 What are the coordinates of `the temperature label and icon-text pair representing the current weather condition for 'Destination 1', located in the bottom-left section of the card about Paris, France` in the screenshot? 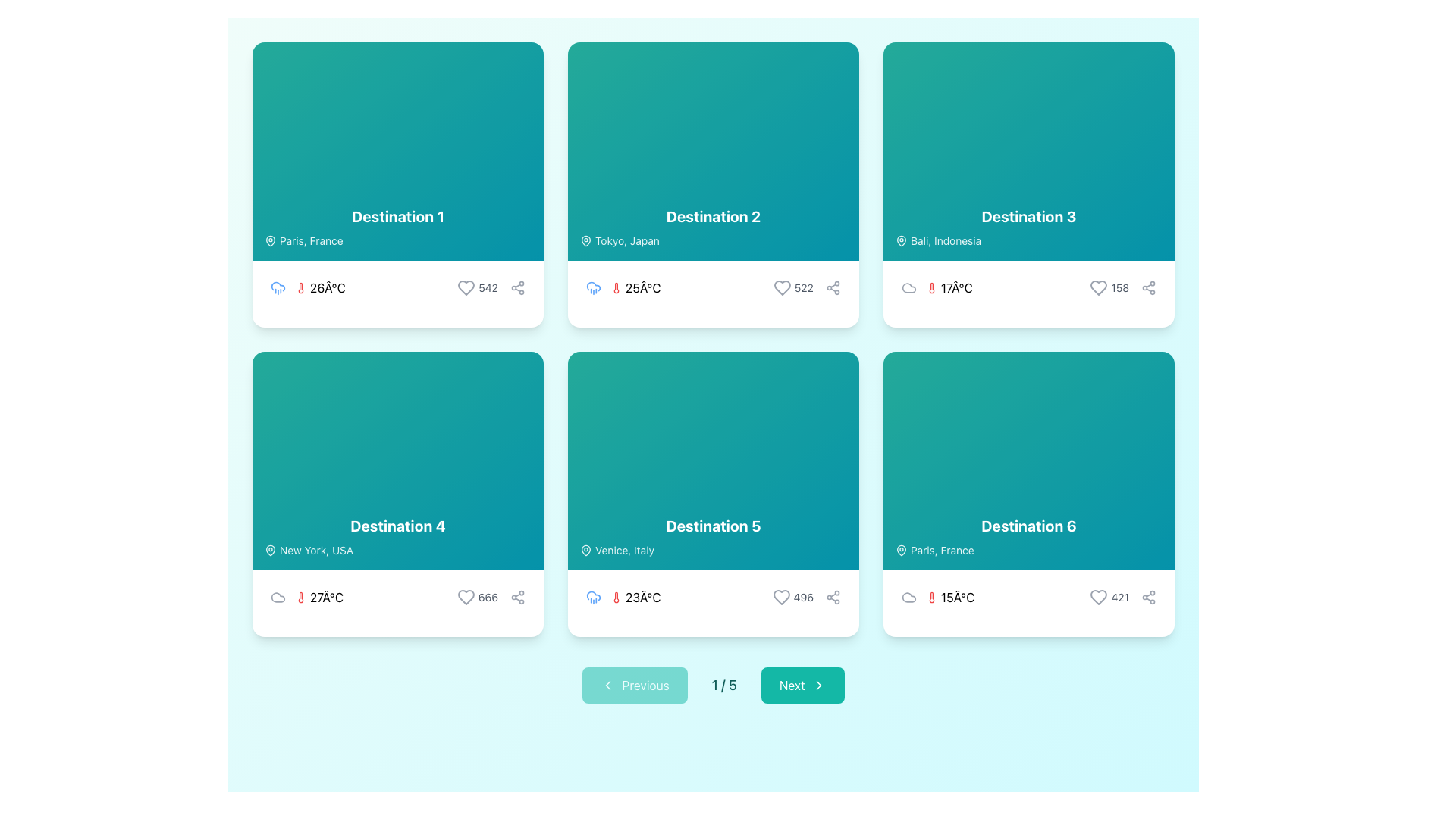 It's located at (319, 288).